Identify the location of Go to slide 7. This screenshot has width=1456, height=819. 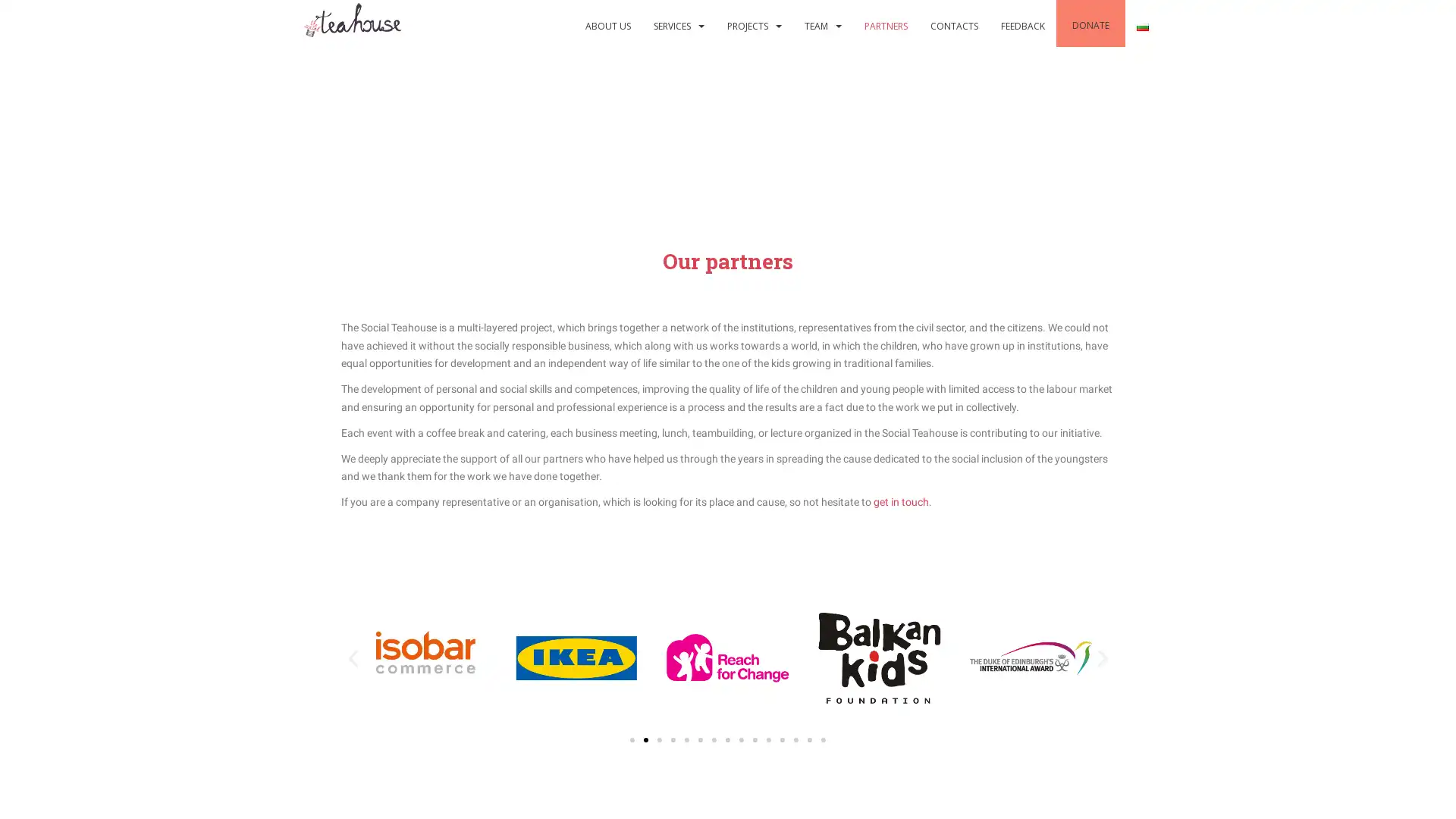
(713, 739).